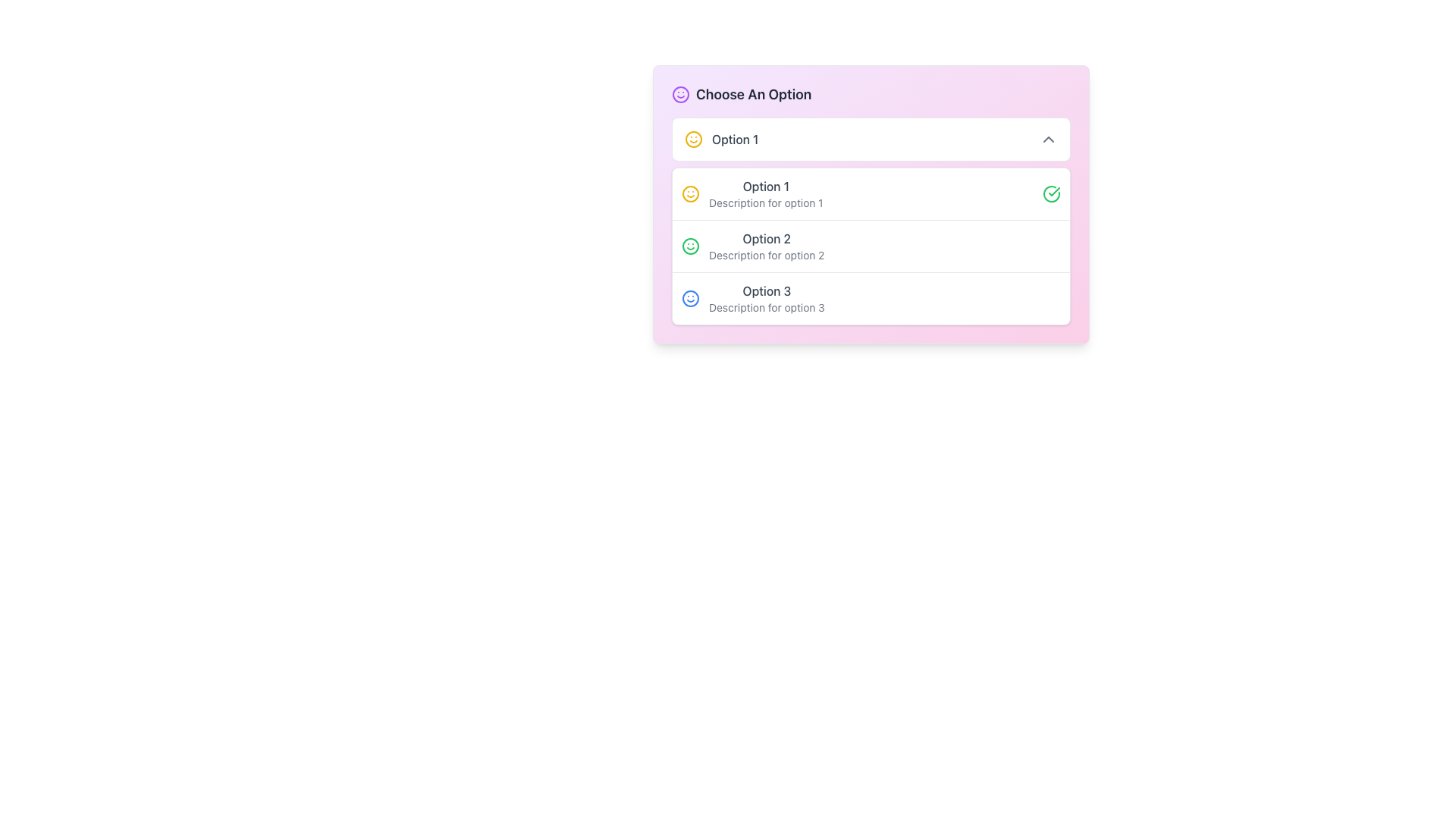  I want to click on the first selectable option titled 'Option 1' with the description 'Description for option 1', so click(765, 193).